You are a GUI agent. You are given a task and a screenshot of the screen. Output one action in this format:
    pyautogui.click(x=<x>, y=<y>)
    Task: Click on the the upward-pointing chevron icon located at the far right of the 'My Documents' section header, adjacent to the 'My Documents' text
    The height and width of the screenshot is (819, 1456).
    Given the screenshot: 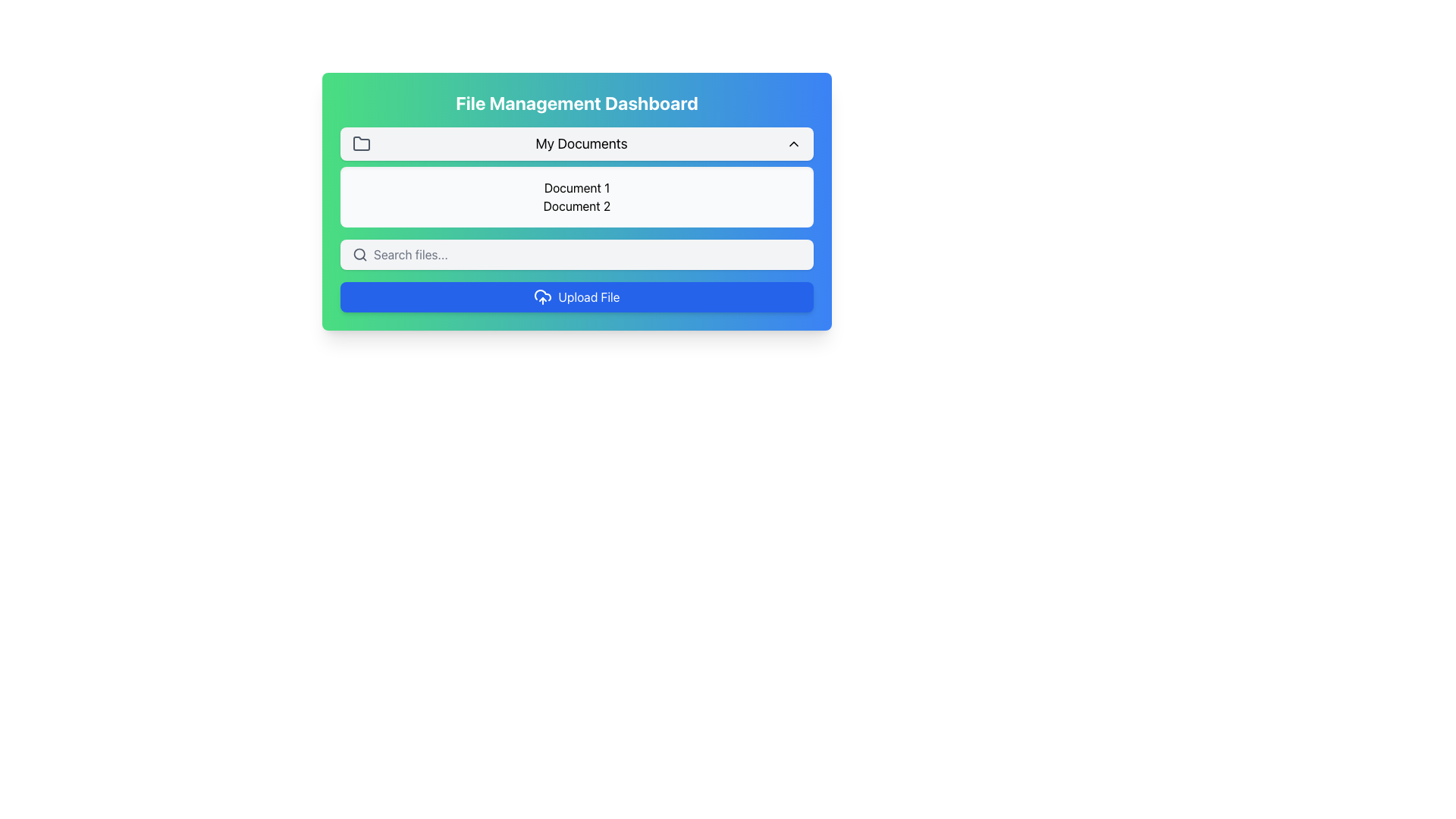 What is the action you would take?
    pyautogui.click(x=792, y=143)
    